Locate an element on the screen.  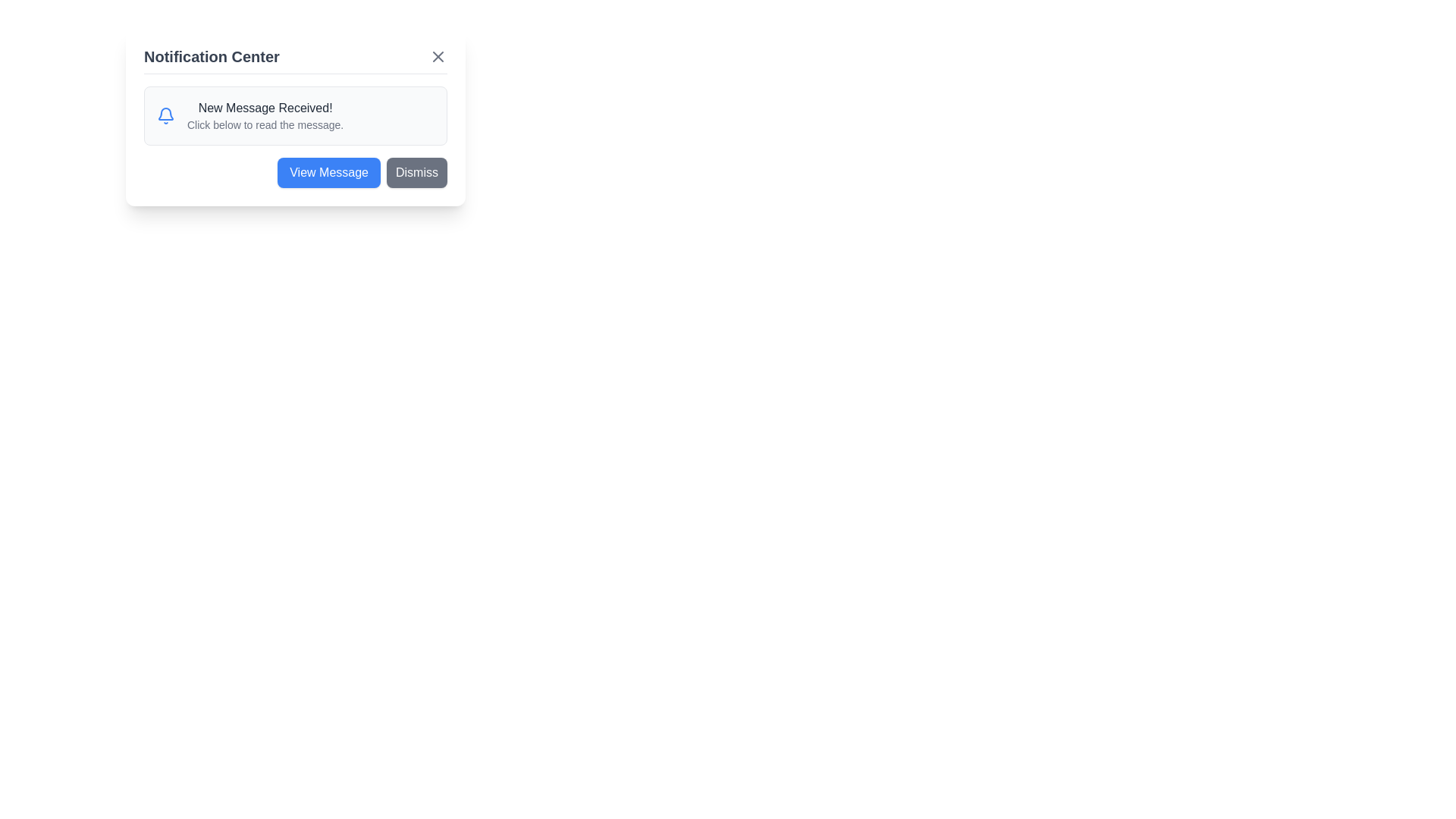
the bright blue button labeled 'View Message' is located at coordinates (328, 171).